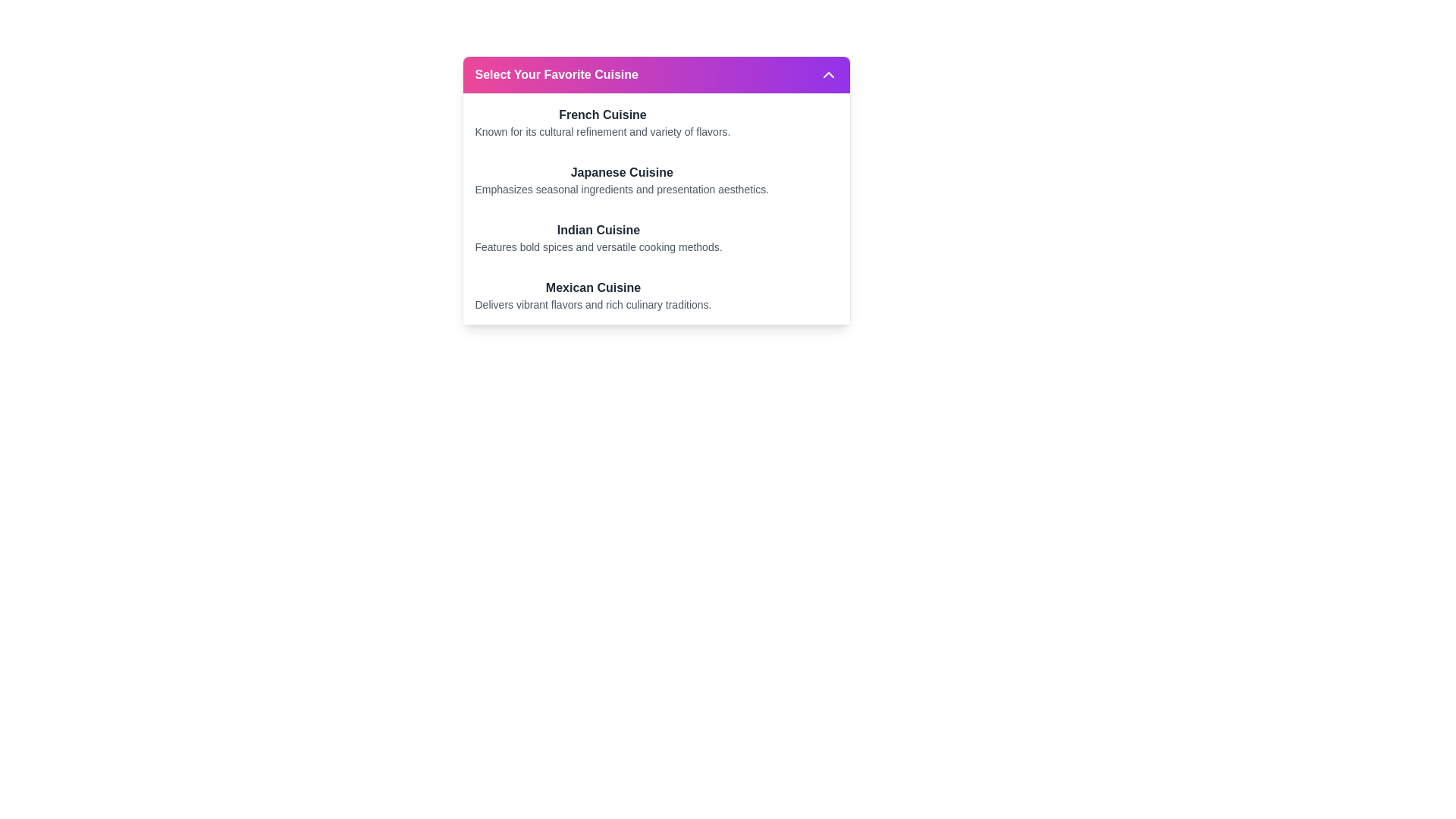  Describe the element at coordinates (656, 180) in the screenshot. I see `the static text display for 'Japanese Cuisine', which is the second item in a list under the header 'Select Your Favorite Cuisine'` at that location.